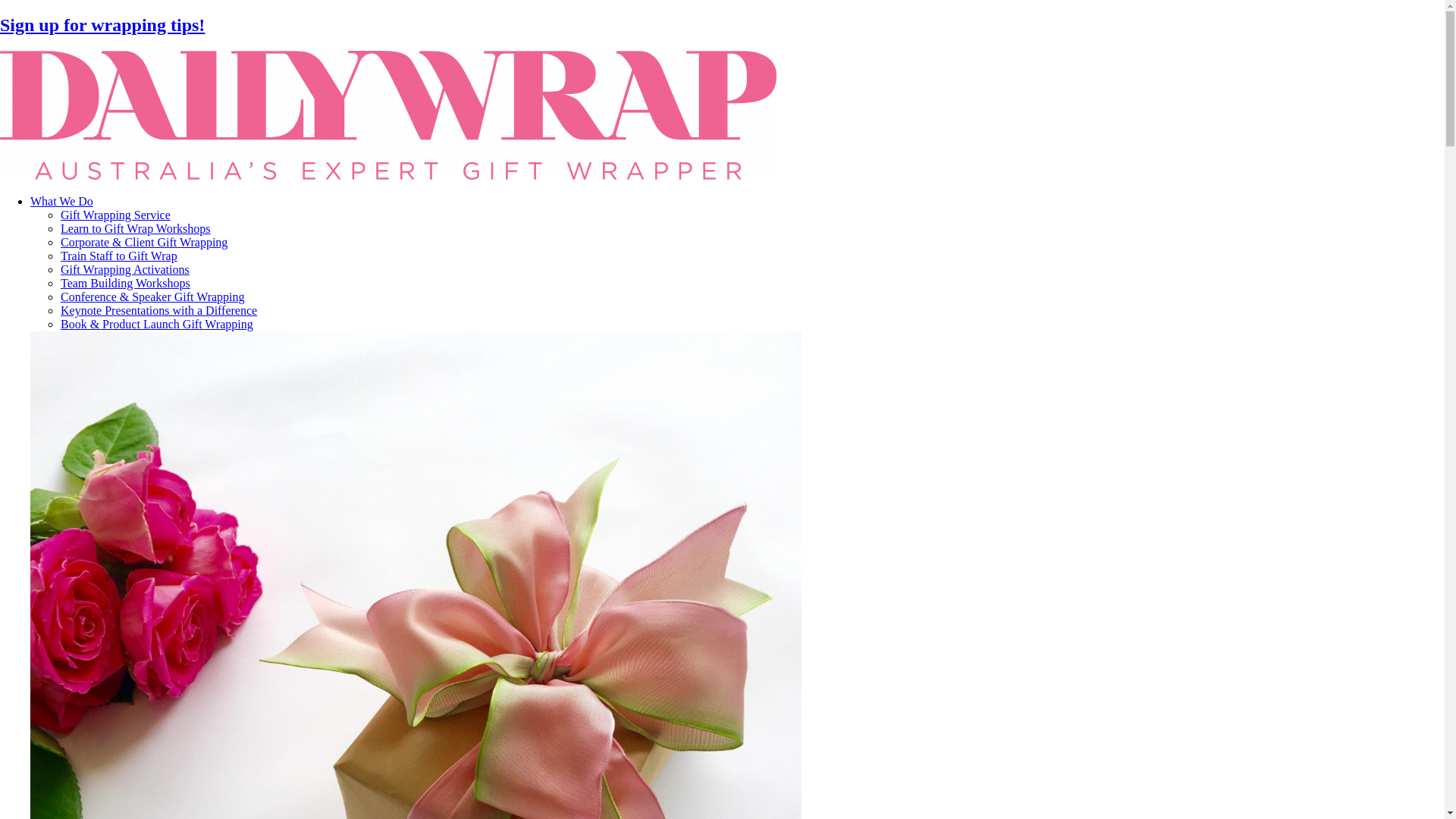 The image size is (1456, 819). What do you see at coordinates (144, 241) in the screenshot?
I see `'Corporate & Client Gift Wrapping'` at bounding box center [144, 241].